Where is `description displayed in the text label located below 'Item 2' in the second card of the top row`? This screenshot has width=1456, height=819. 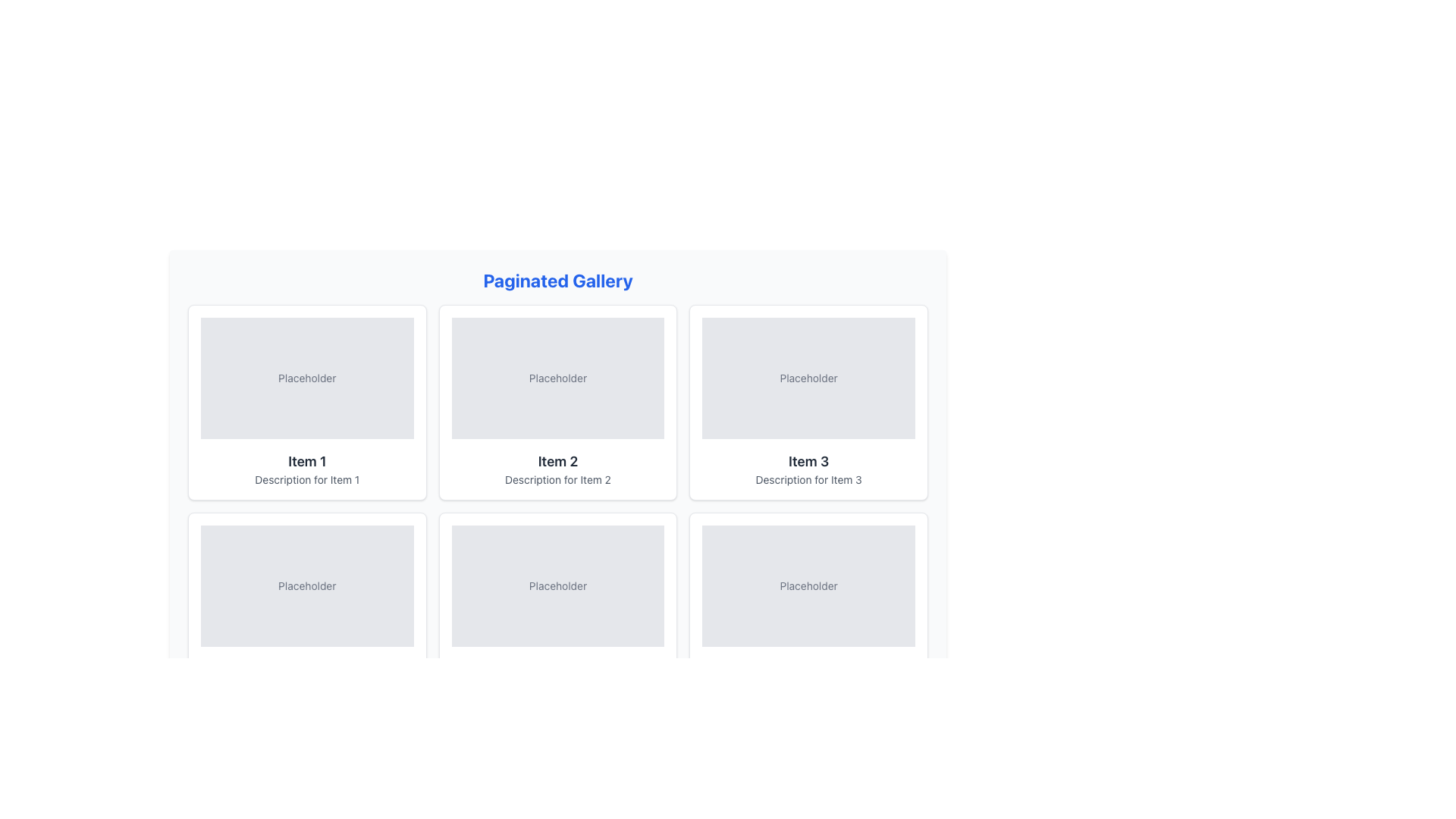
description displayed in the text label located below 'Item 2' in the second card of the top row is located at coordinates (557, 479).